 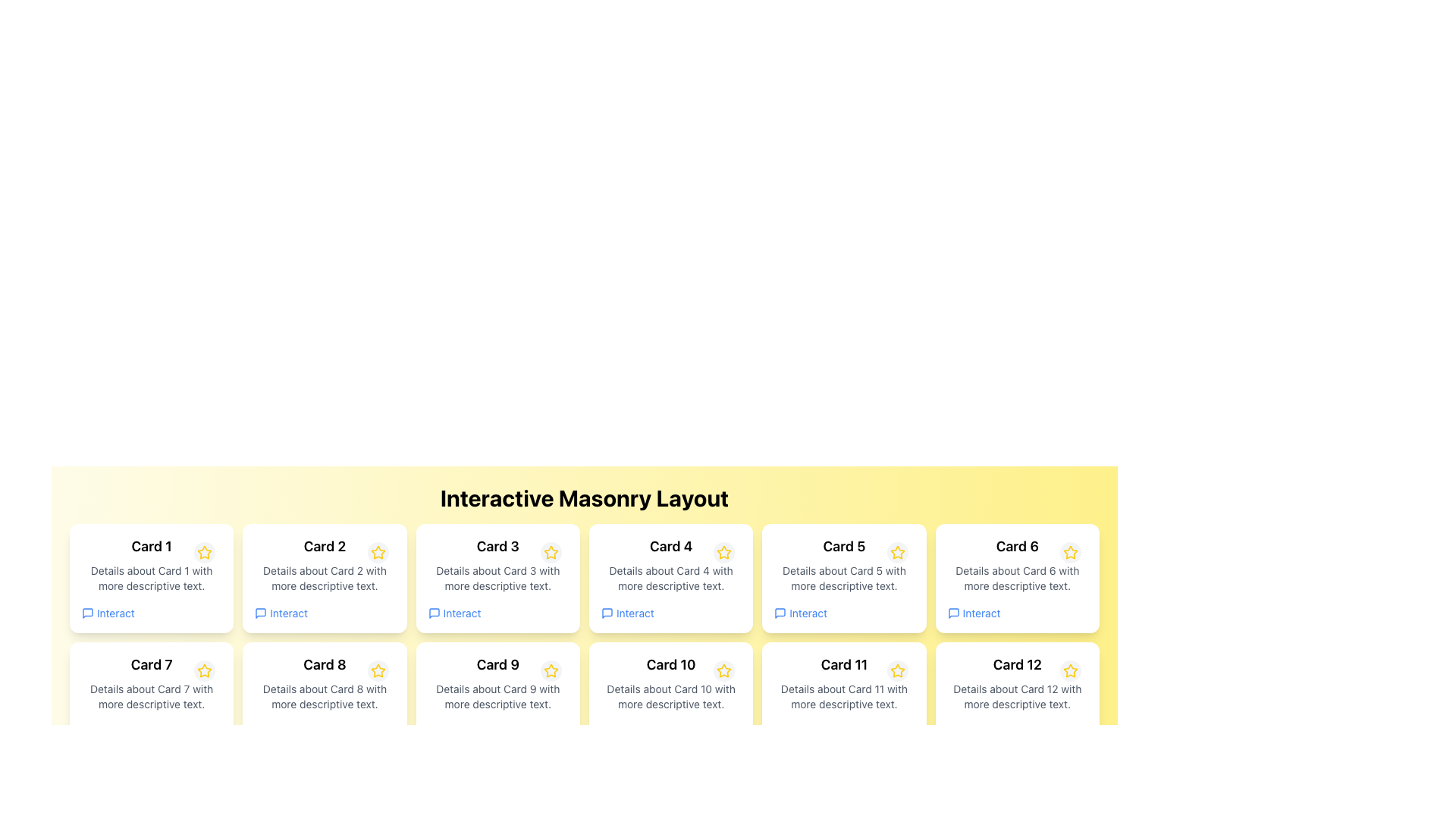 I want to click on the star icon located at the top-right corner of the Card UI Component labeled 'Card 3' to rate or bookmark the card, so click(x=497, y=579).